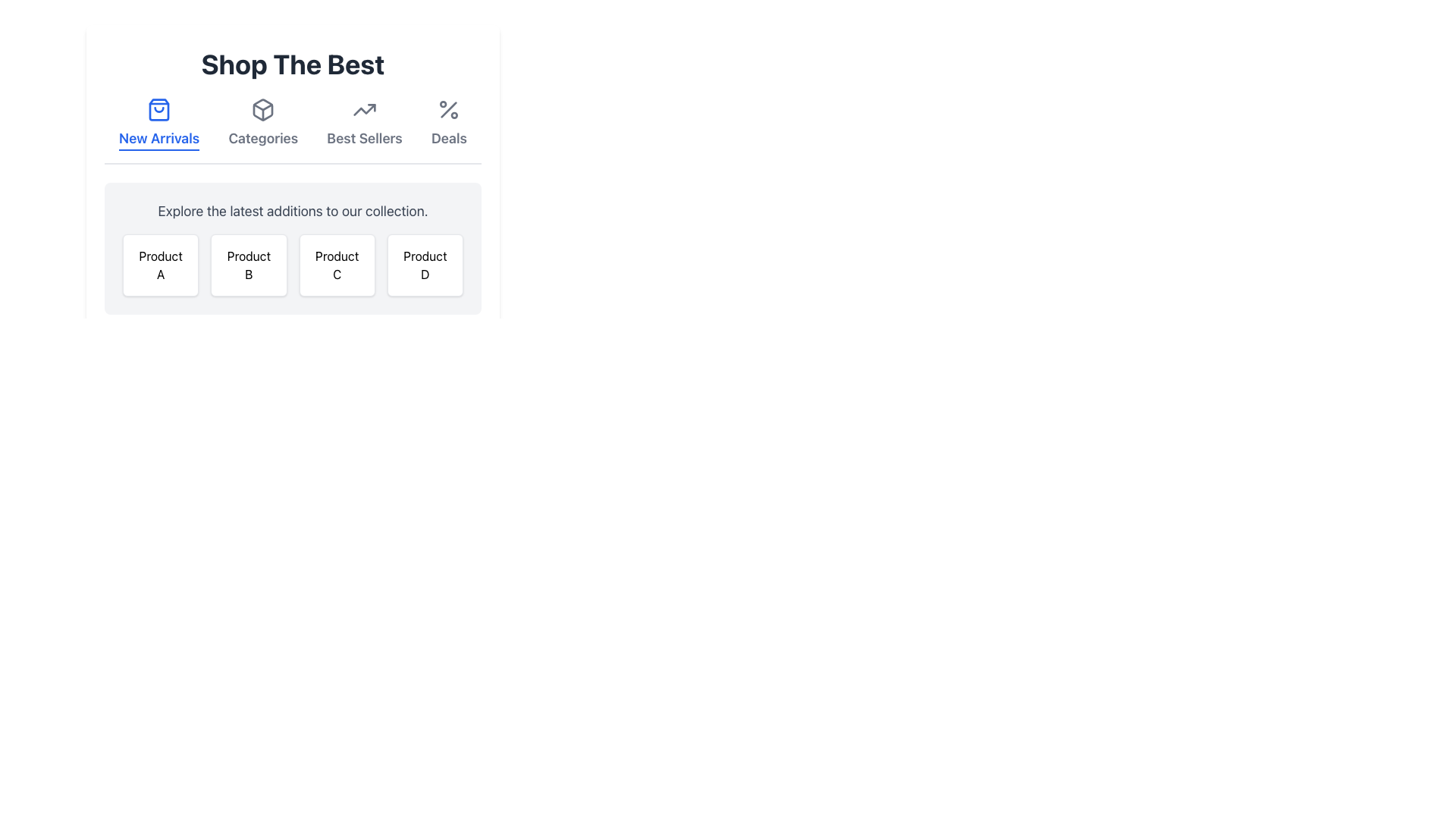 The image size is (1456, 819). I want to click on the Text label displaying 'Product D', which is the fourth item in the grid layout under the section 'Explore the latest additions to our collection.', so click(425, 265).